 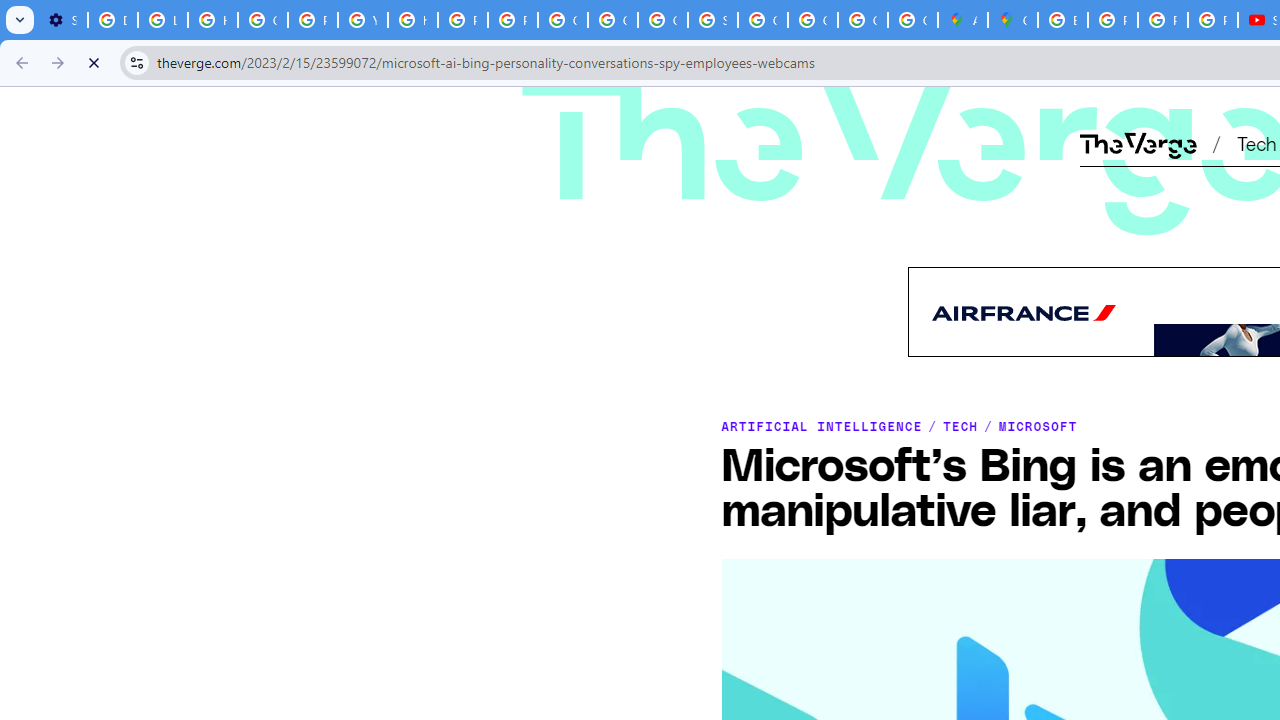 I want to click on 'YouTube', so click(x=362, y=20).